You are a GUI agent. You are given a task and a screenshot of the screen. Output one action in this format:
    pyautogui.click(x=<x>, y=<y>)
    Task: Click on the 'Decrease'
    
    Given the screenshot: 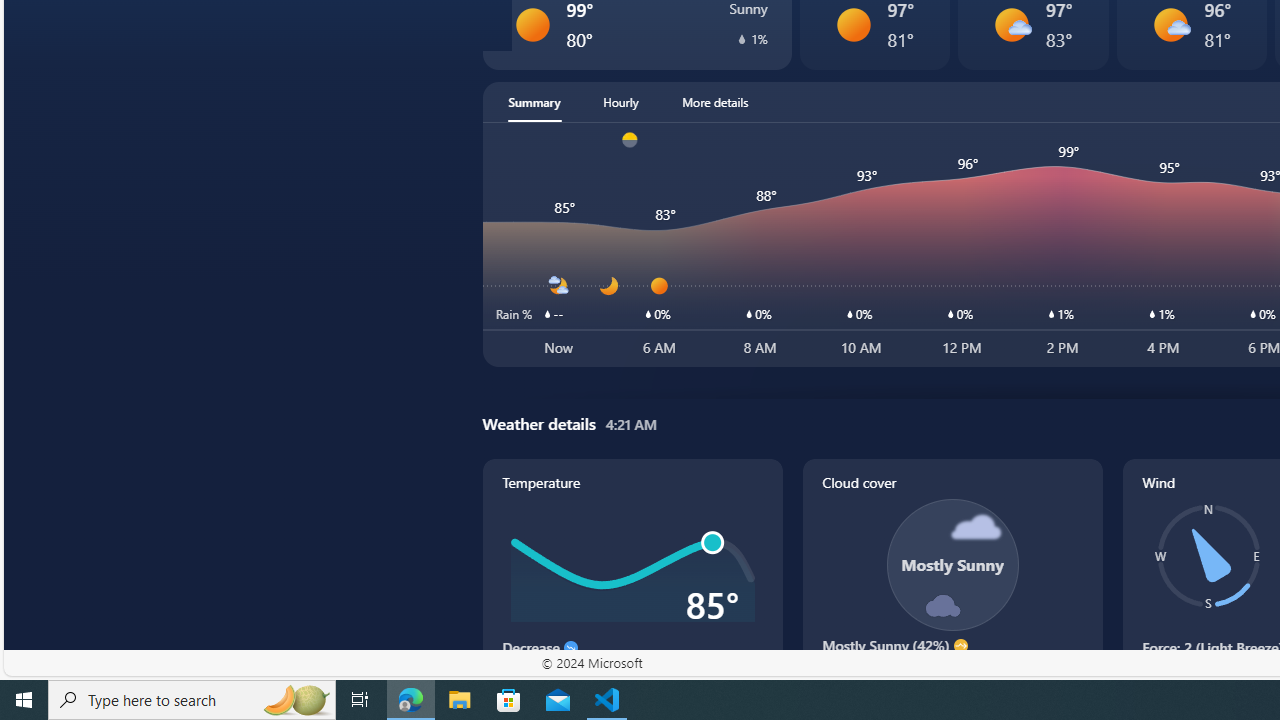 What is the action you would take?
    pyautogui.click(x=569, y=648)
    